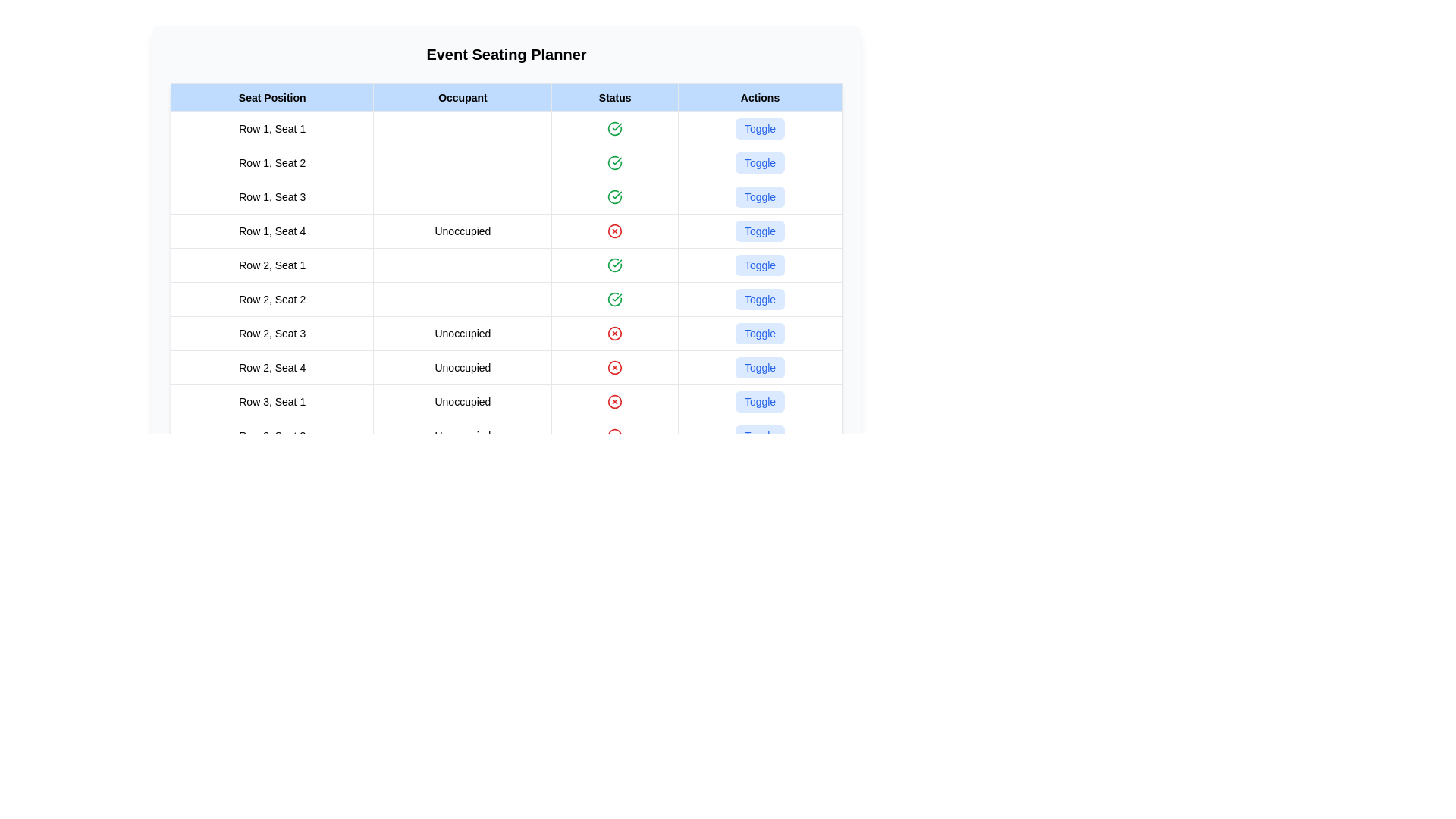  I want to click on the Text Label displaying 'Unoccupied' which is located in the third row under the 'Occupant' column, between 'Row 3, Seat 1' and a blank cell, so click(462, 400).